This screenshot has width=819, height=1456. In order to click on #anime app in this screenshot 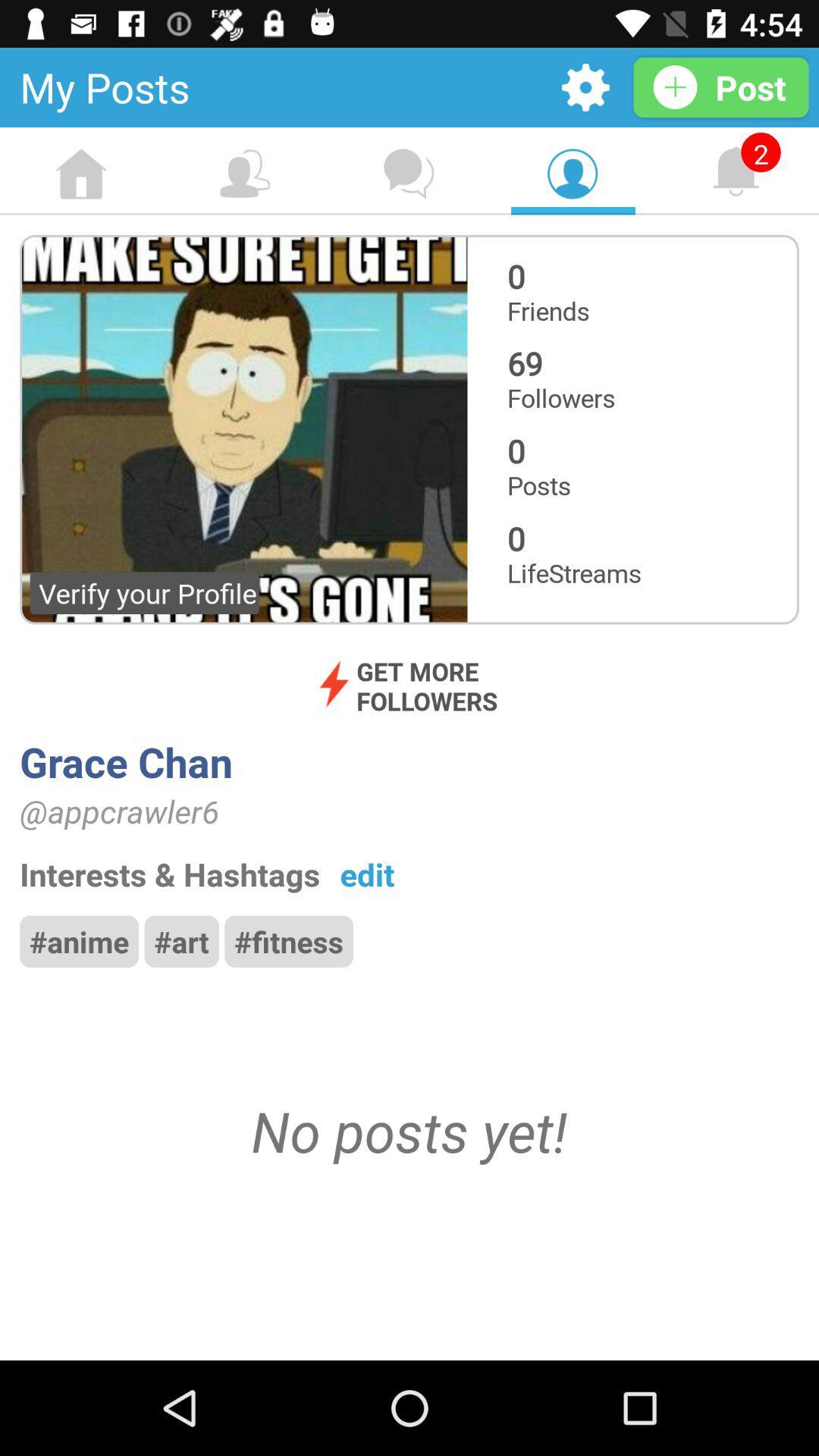, I will do `click(79, 940)`.